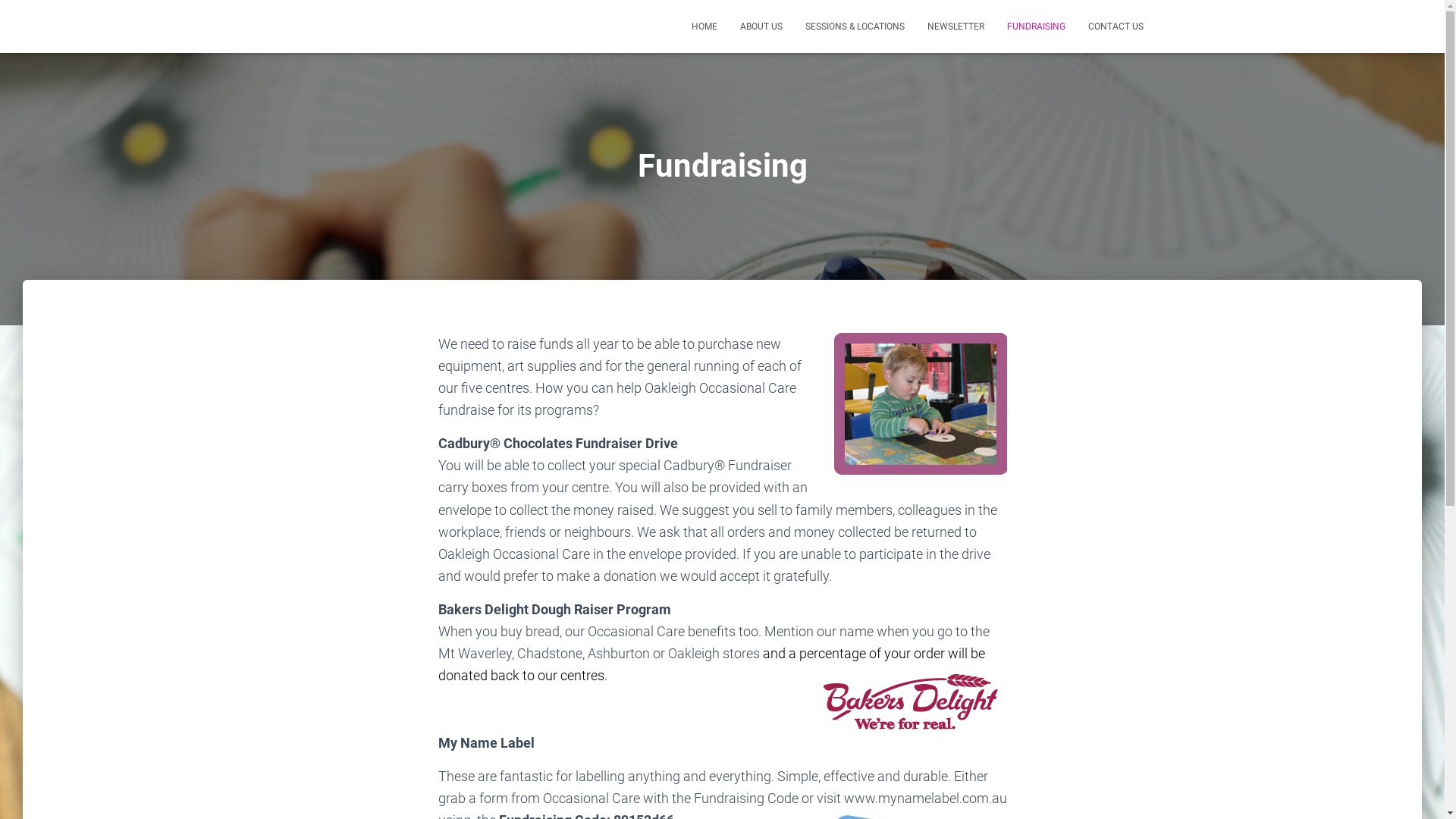 The image size is (1456, 819). I want to click on 'NEWSLETTER', so click(955, 26).